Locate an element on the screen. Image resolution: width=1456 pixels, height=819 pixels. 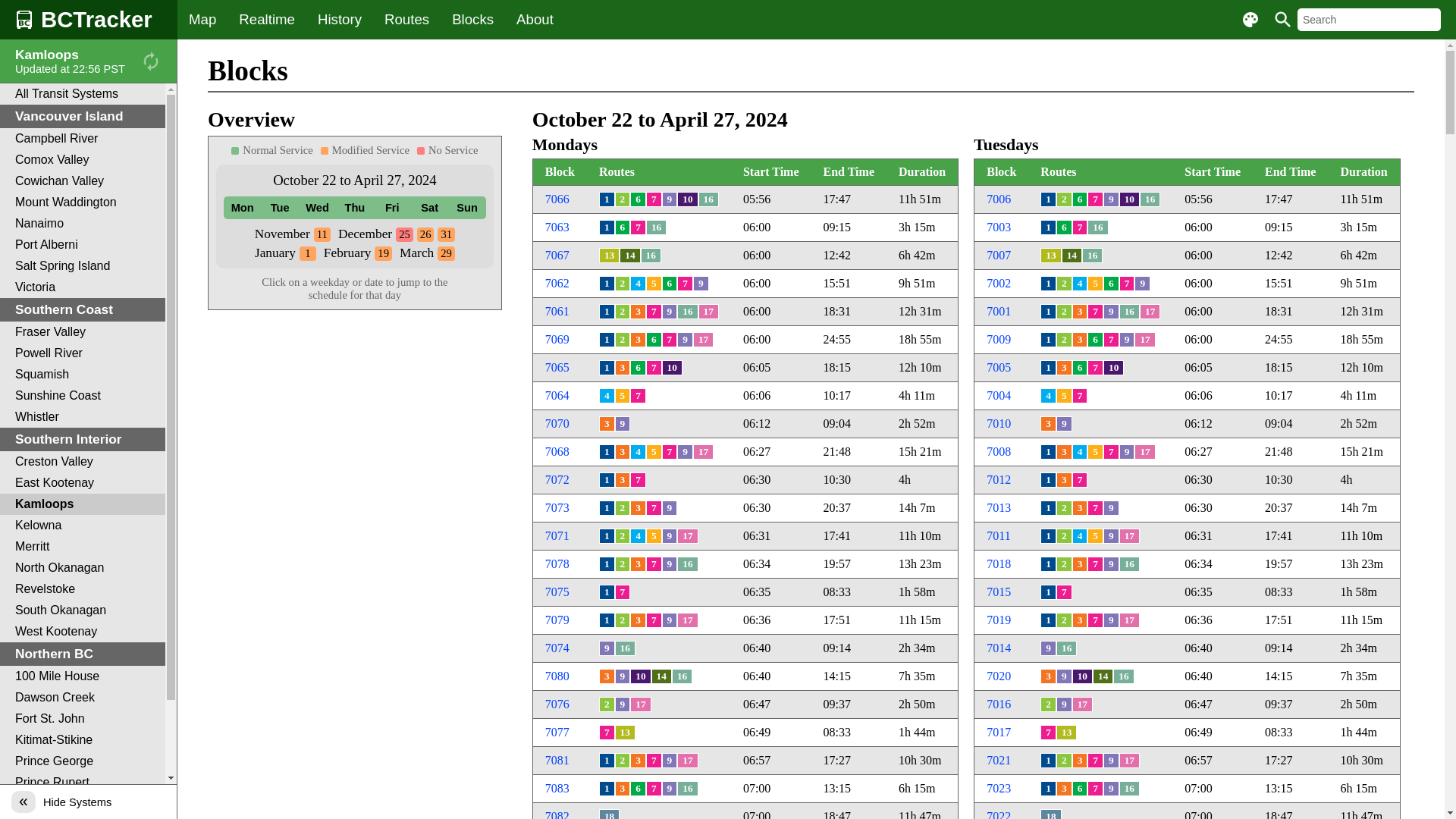
'7' is located at coordinates (1063, 591).